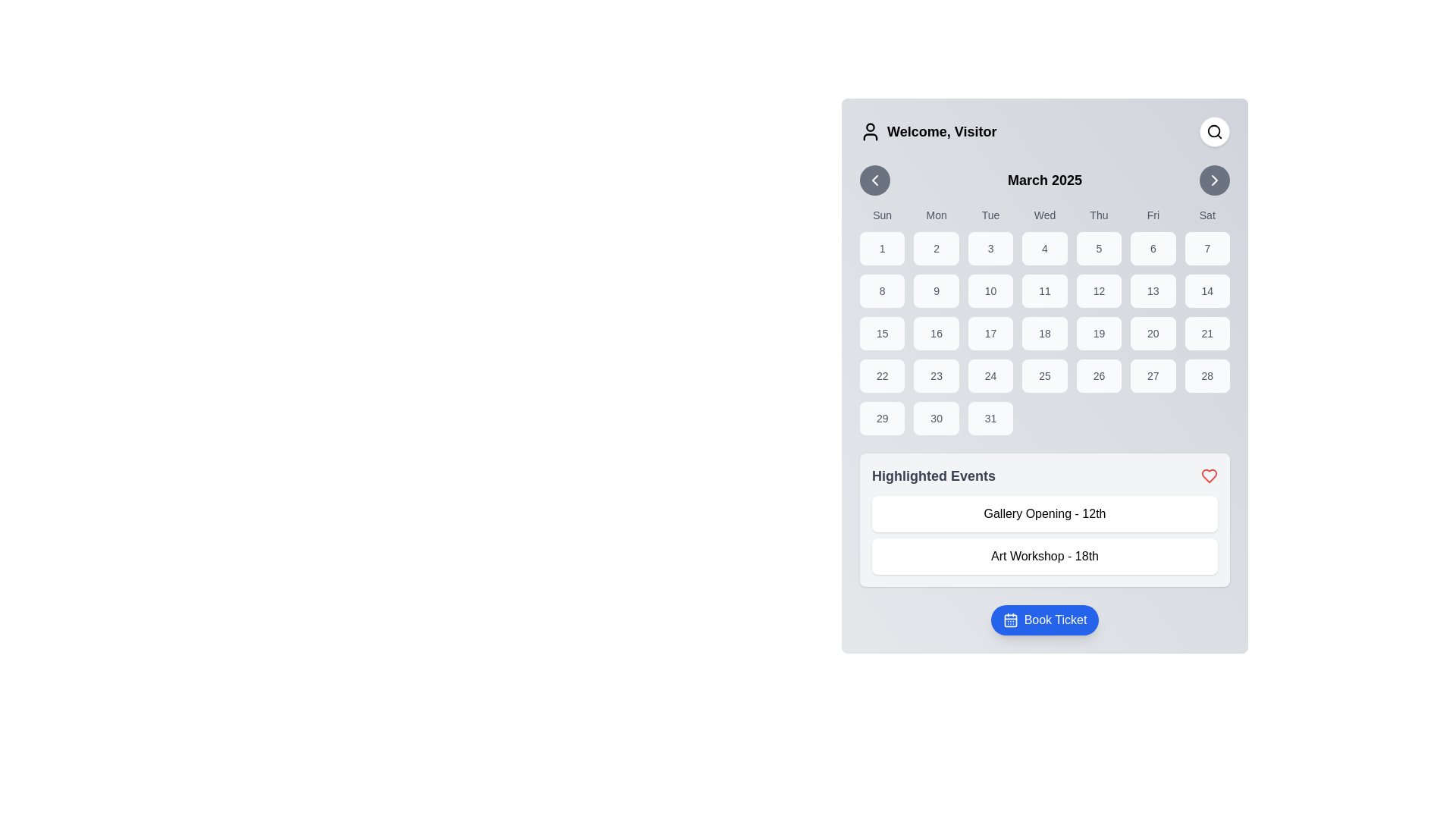  Describe the element at coordinates (1153, 291) in the screenshot. I see `the rounded rectangular button labeled '13' in the calendar grid` at that location.